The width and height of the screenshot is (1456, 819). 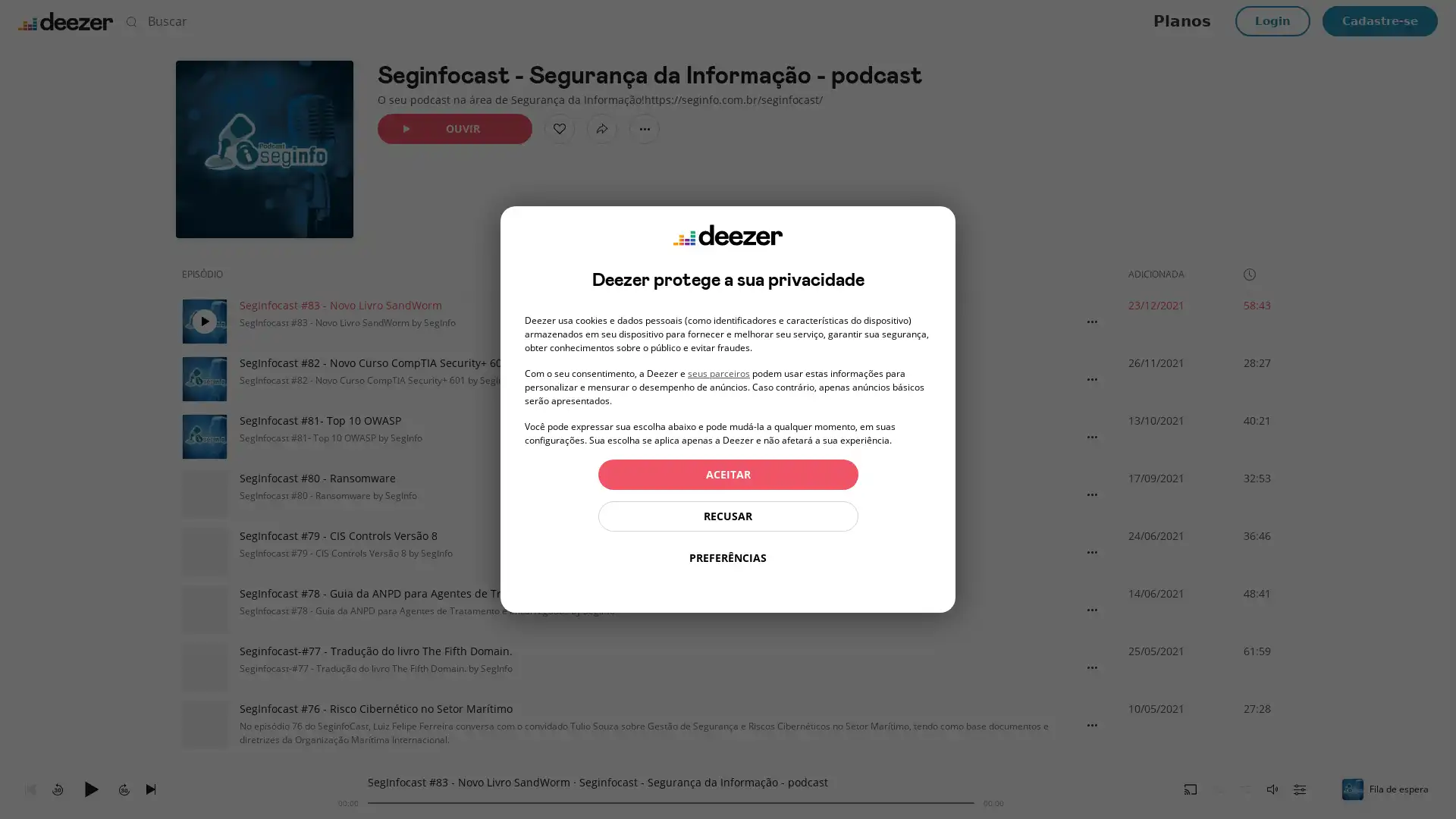 I want to click on Chromecast, so click(x=1189, y=788).